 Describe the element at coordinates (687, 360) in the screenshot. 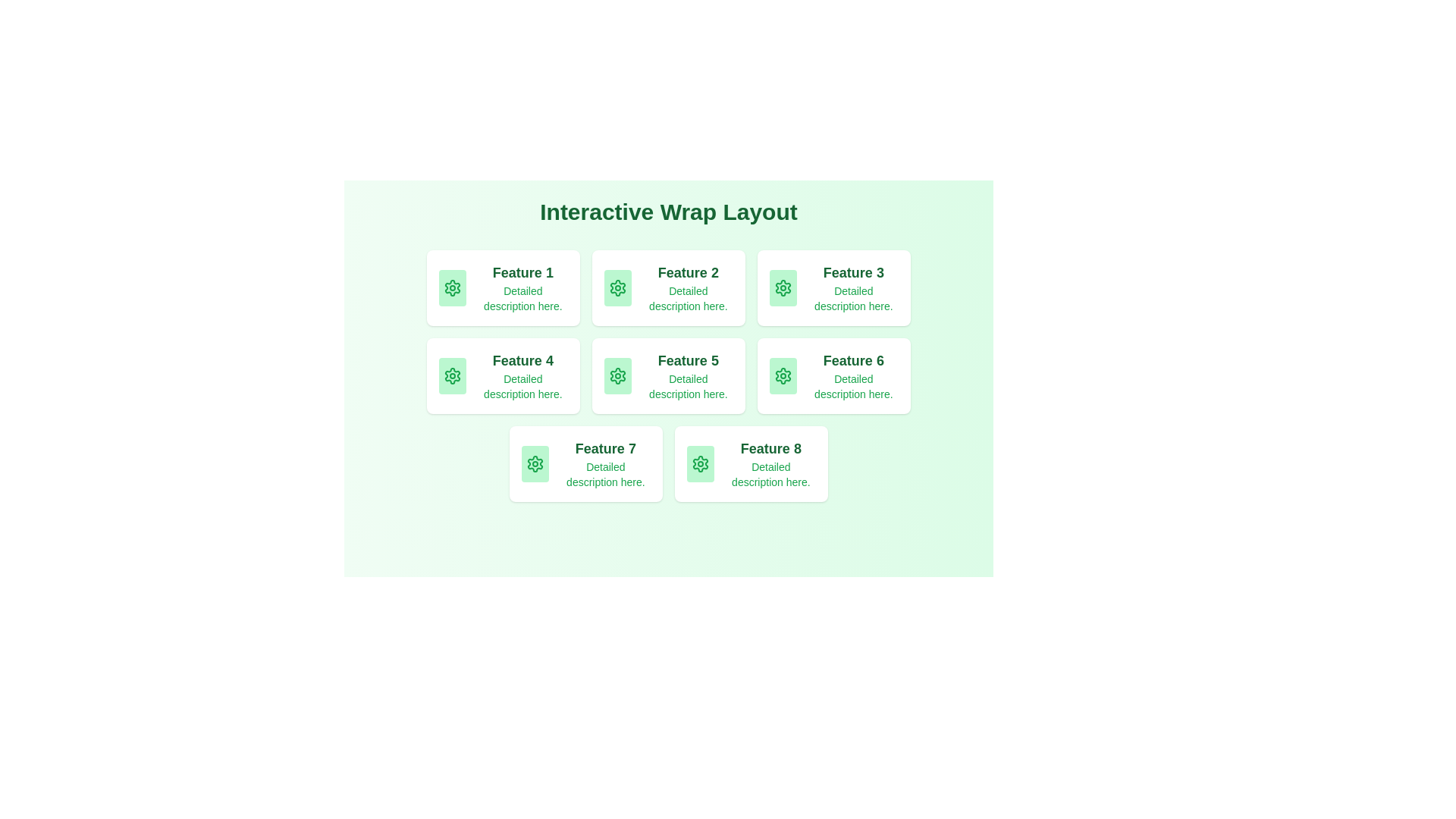

I see `the bold green text labeled 'Feature 5' to trigger any available tooltip or interaction` at that location.